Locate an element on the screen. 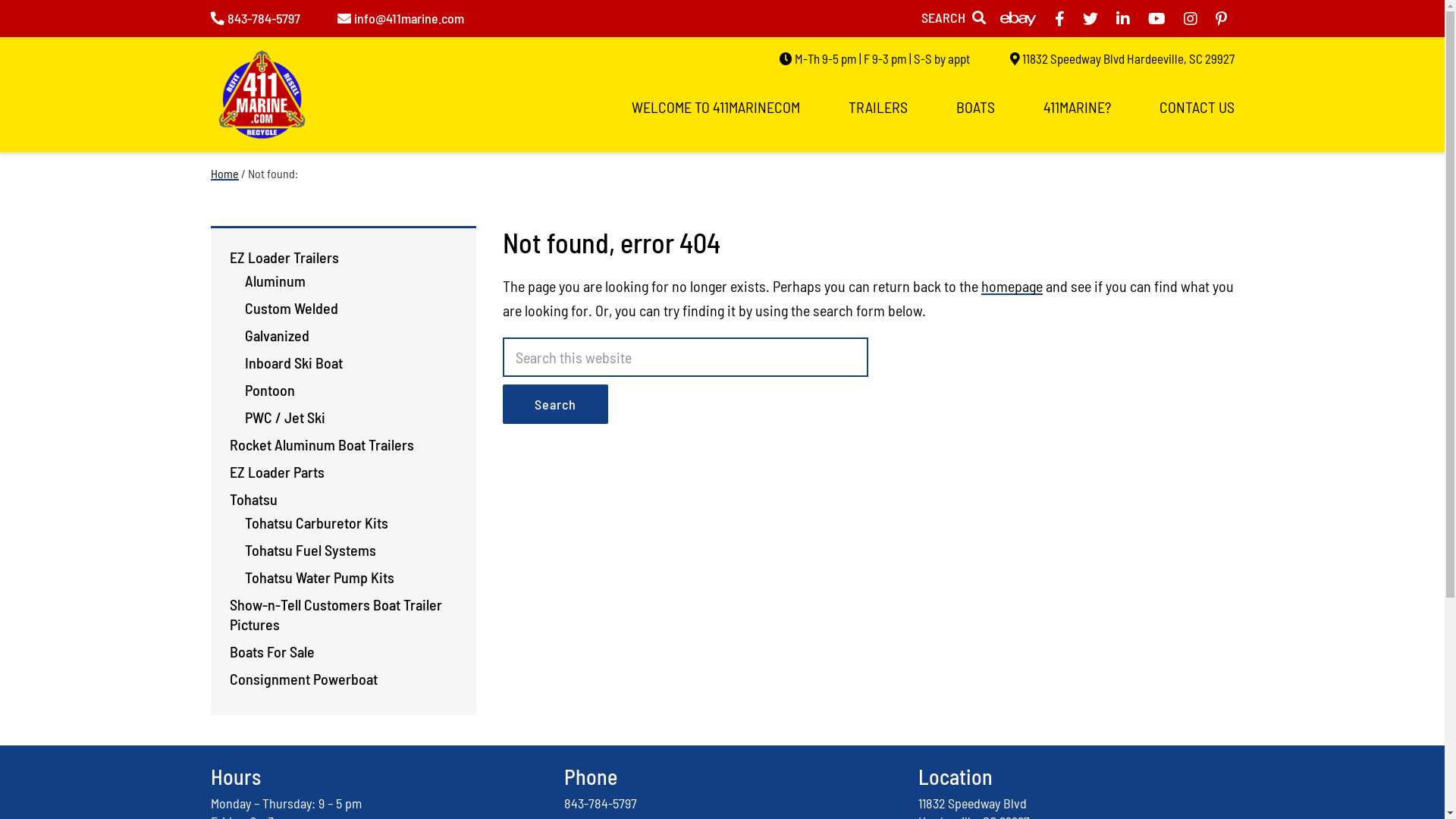  '843-784-5797' is located at coordinates (255, 17).